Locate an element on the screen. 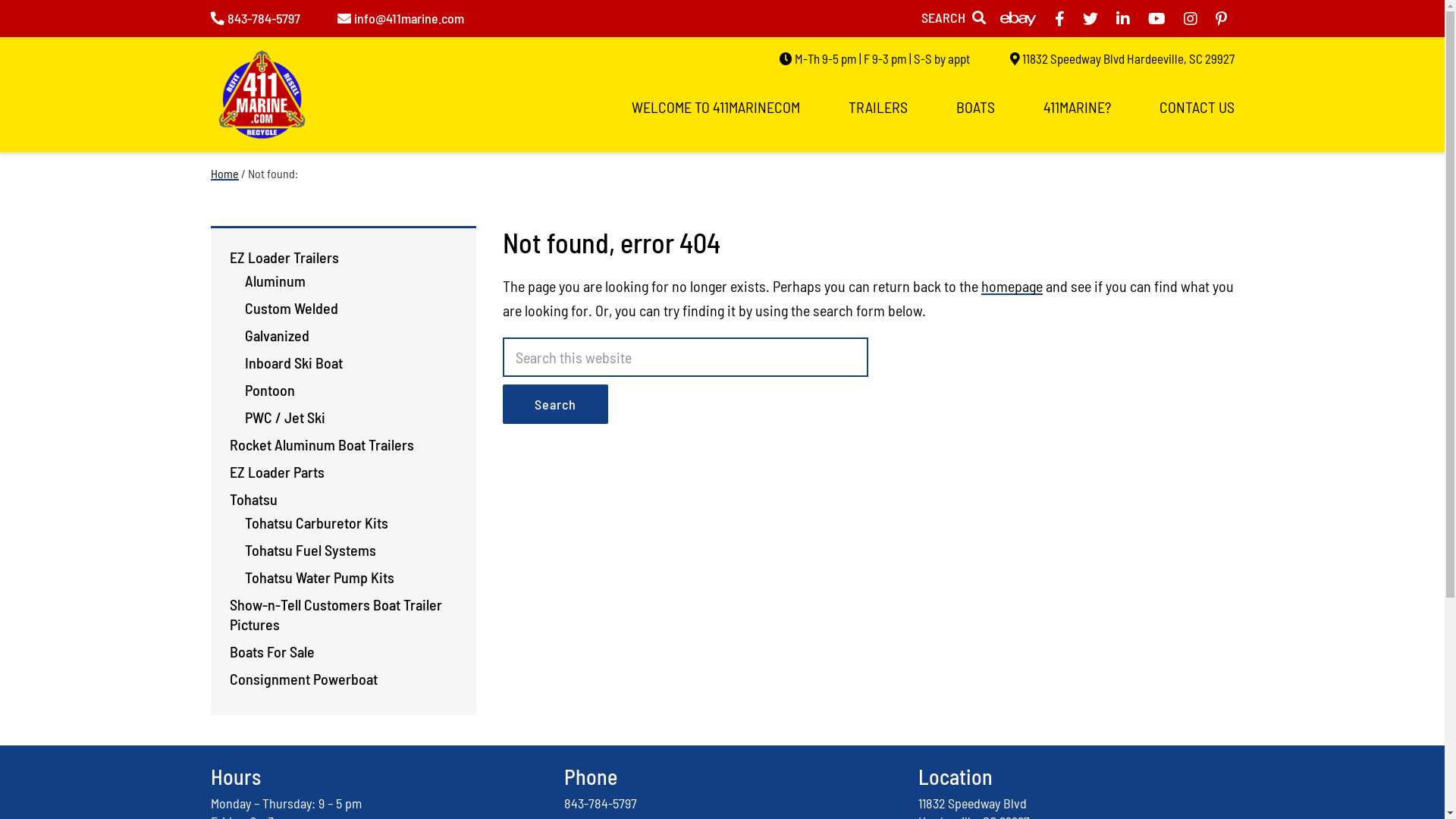  '843-784-5797' is located at coordinates (255, 17).